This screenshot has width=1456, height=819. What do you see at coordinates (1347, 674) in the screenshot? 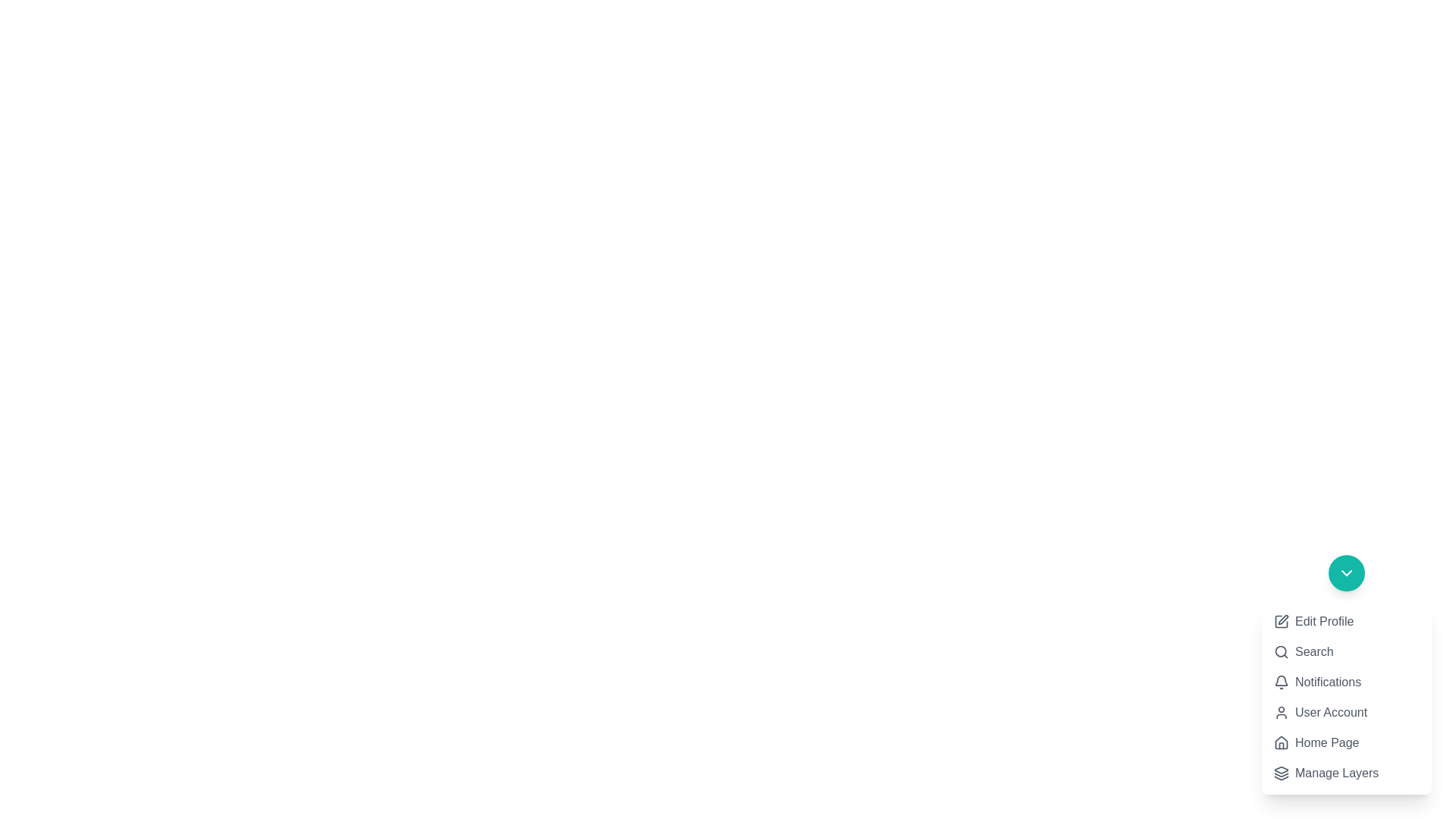
I see `the third menu item in the vertical menu list that navigates to the Notifications page, which is located between 'Search' and 'User Account'` at bounding box center [1347, 674].